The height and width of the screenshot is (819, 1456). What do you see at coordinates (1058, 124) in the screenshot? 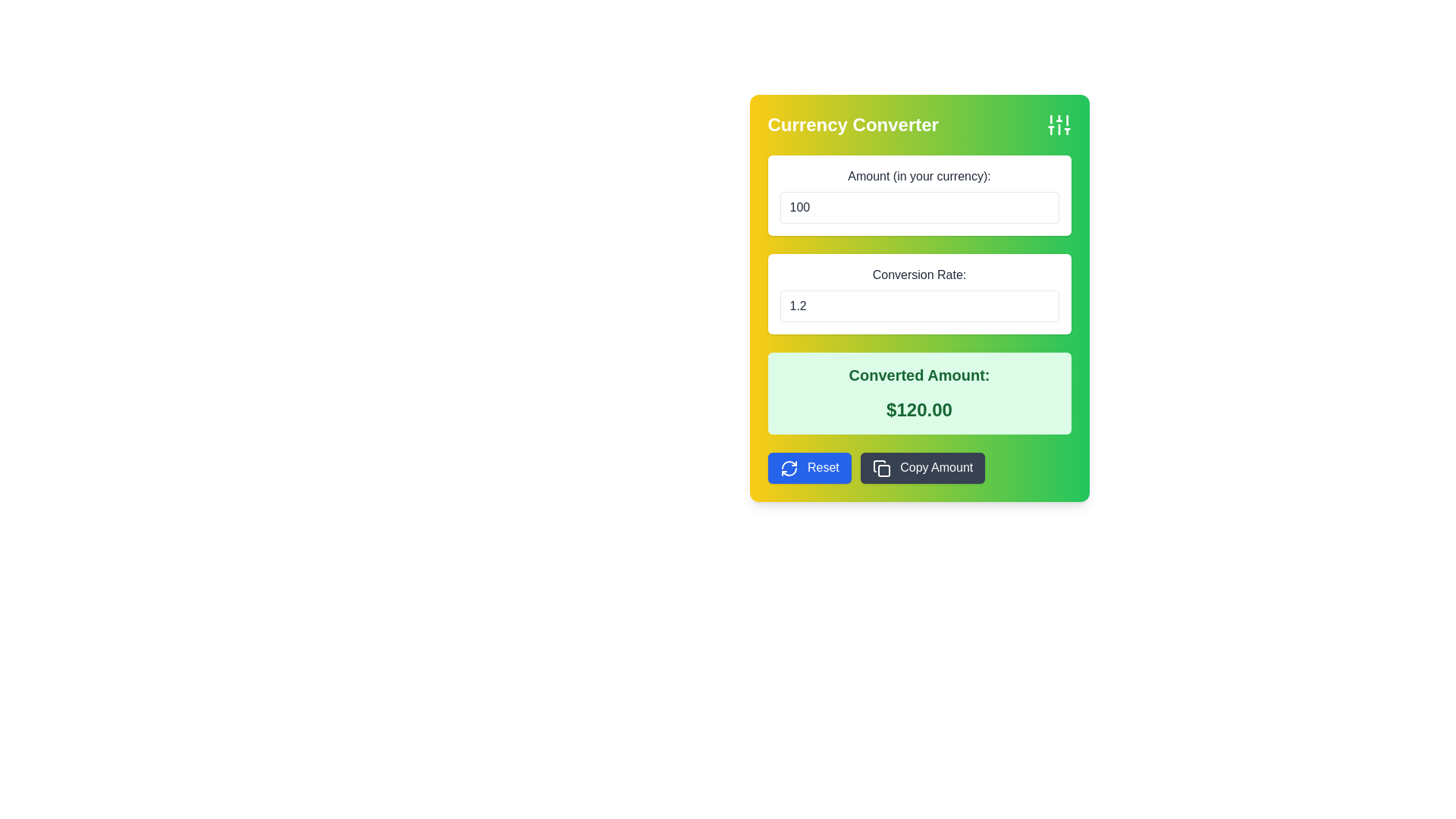
I see `the settings icon located at the top-right corner of the currency converter section` at bounding box center [1058, 124].